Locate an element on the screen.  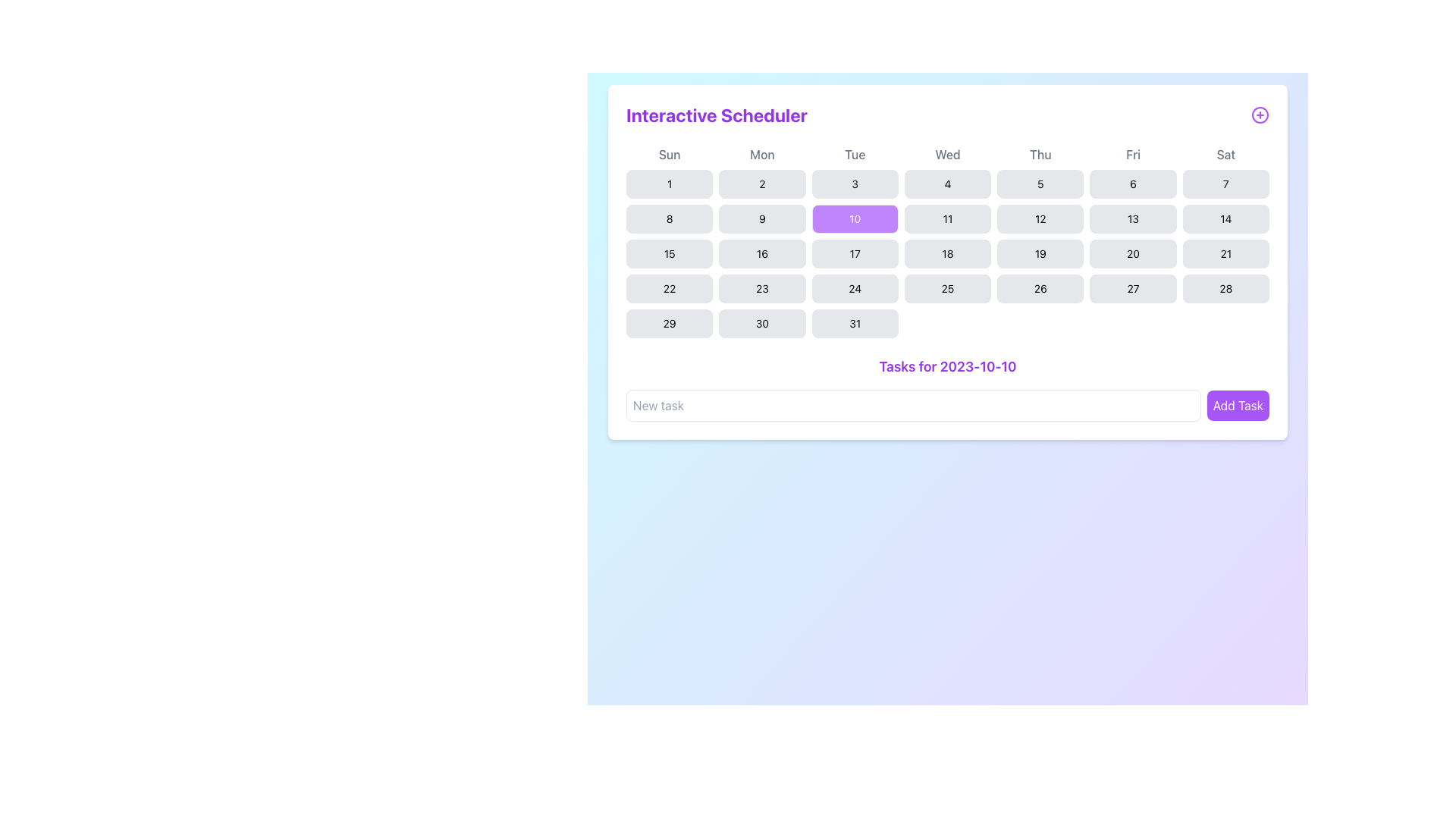
the button representing the date '18' in the fifth row and fourth column of the calendar grid is located at coordinates (946, 253).